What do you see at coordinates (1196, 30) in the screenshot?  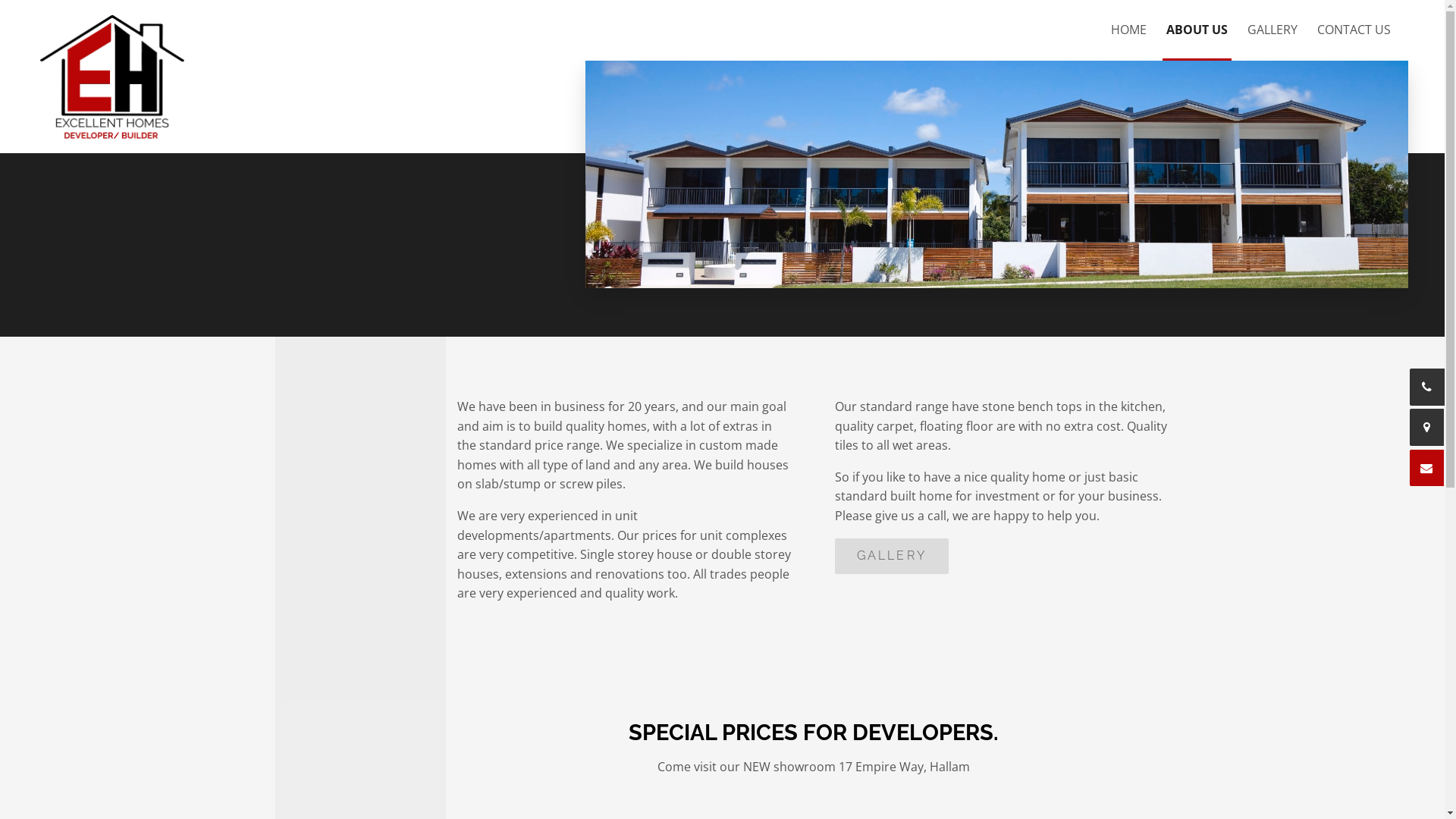 I see `'ABOUT US'` at bounding box center [1196, 30].